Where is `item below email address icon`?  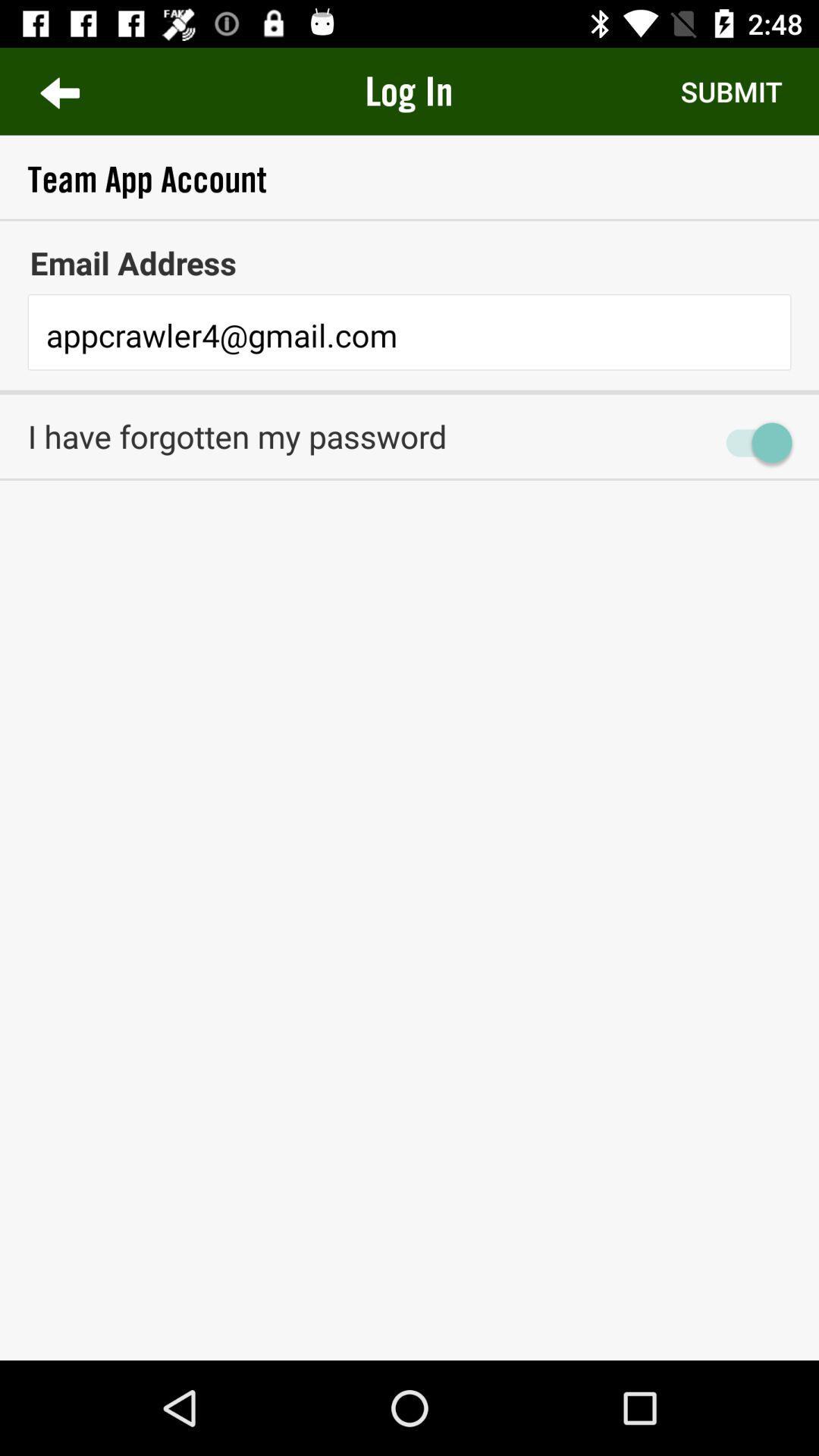
item below email address icon is located at coordinates (409, 335).